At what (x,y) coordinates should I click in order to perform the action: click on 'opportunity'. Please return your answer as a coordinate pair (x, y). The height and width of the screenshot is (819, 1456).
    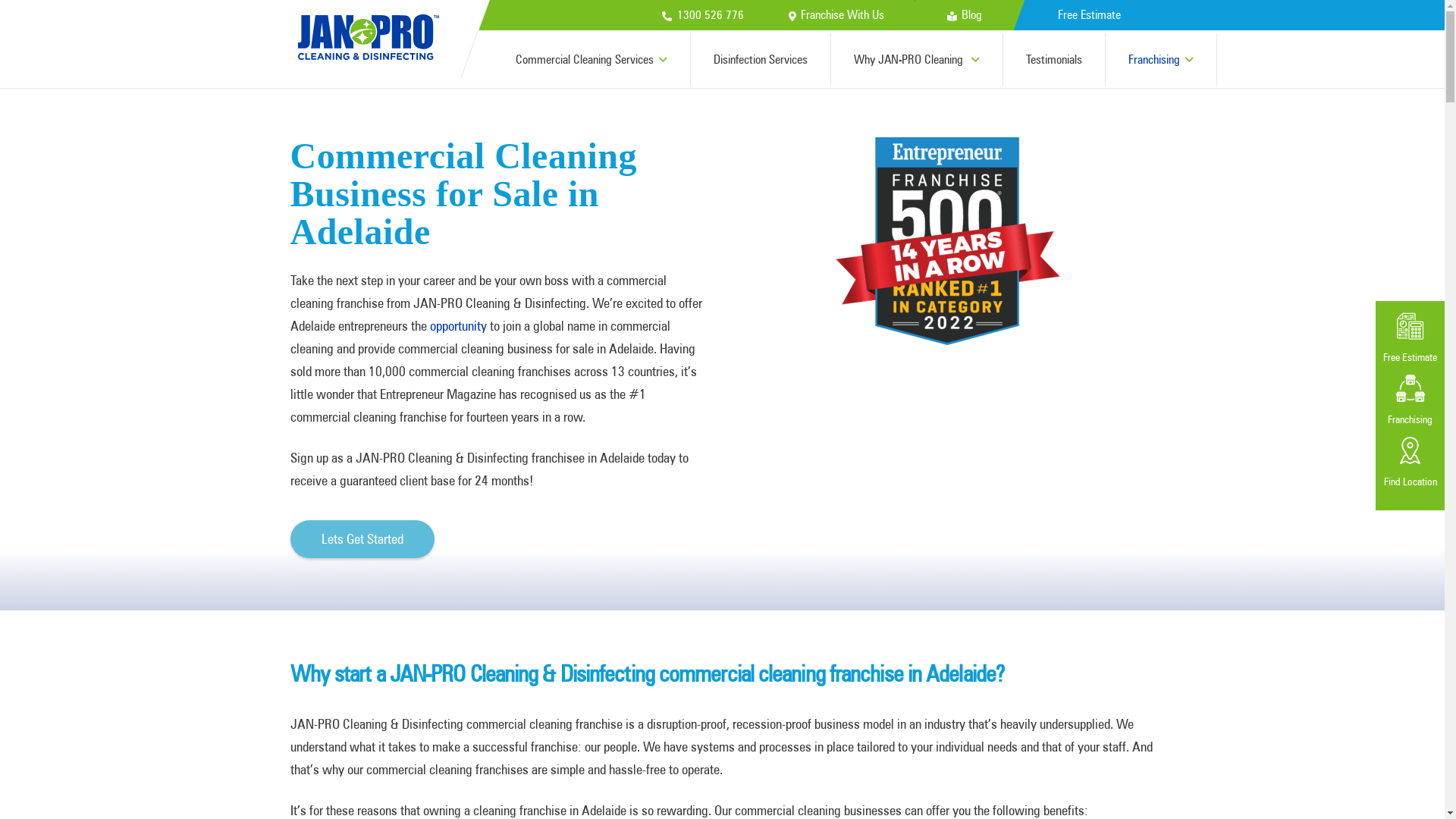
    Looking at the image, I should click on (457, 325).